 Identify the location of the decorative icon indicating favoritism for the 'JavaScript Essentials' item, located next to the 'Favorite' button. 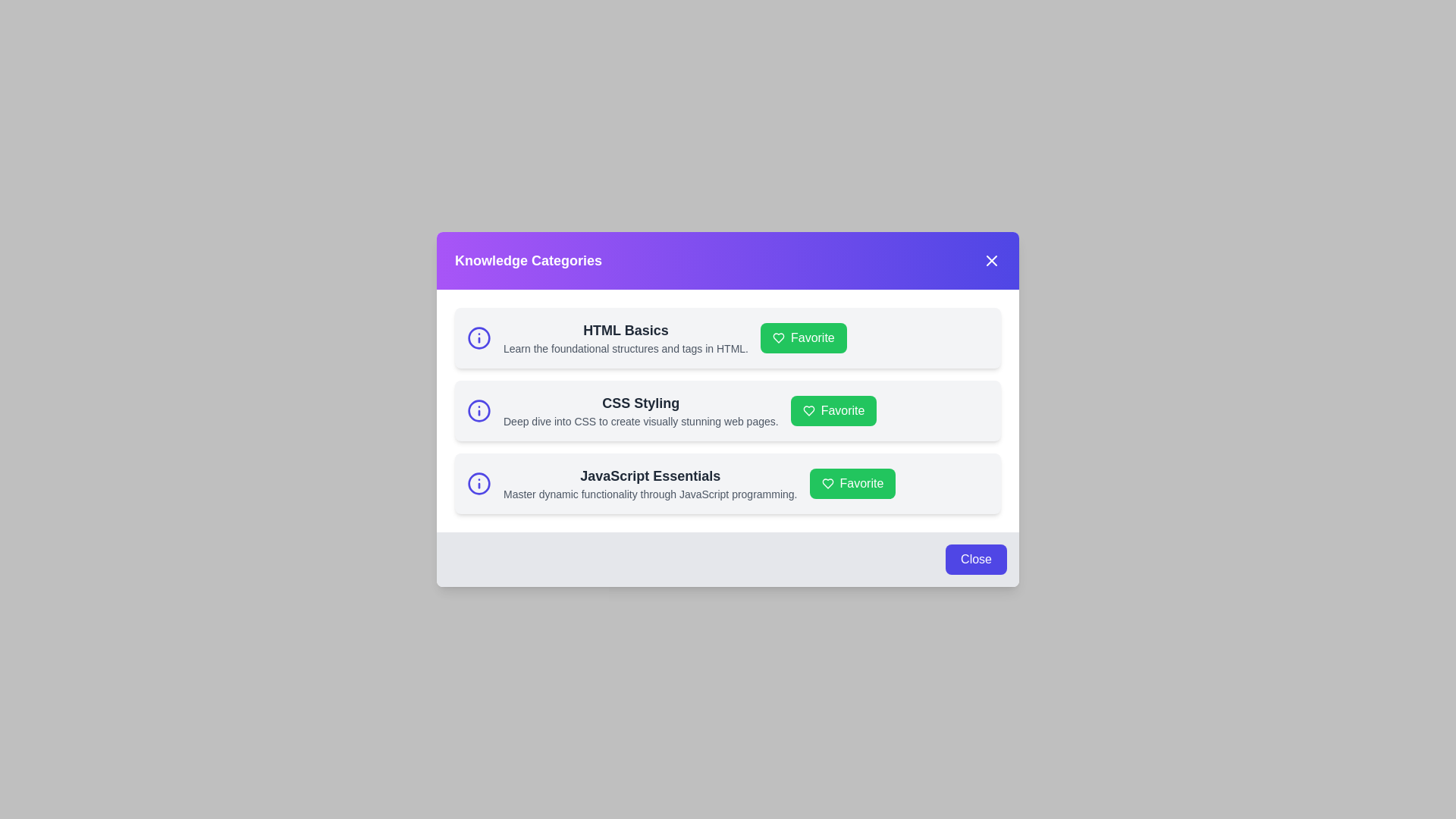
(827, 483).